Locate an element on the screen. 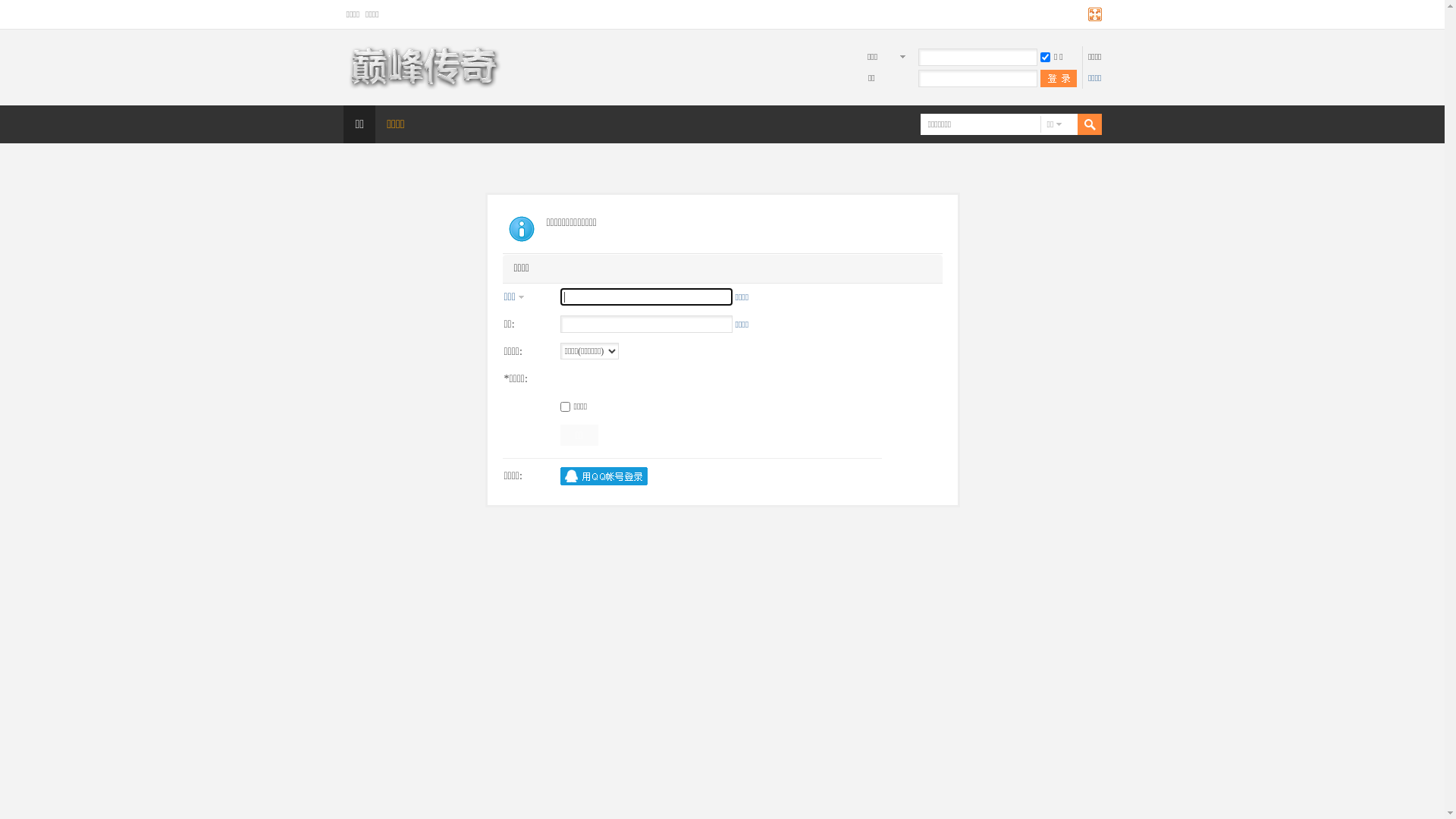  '    ' is located at coordinates (1058, 78).